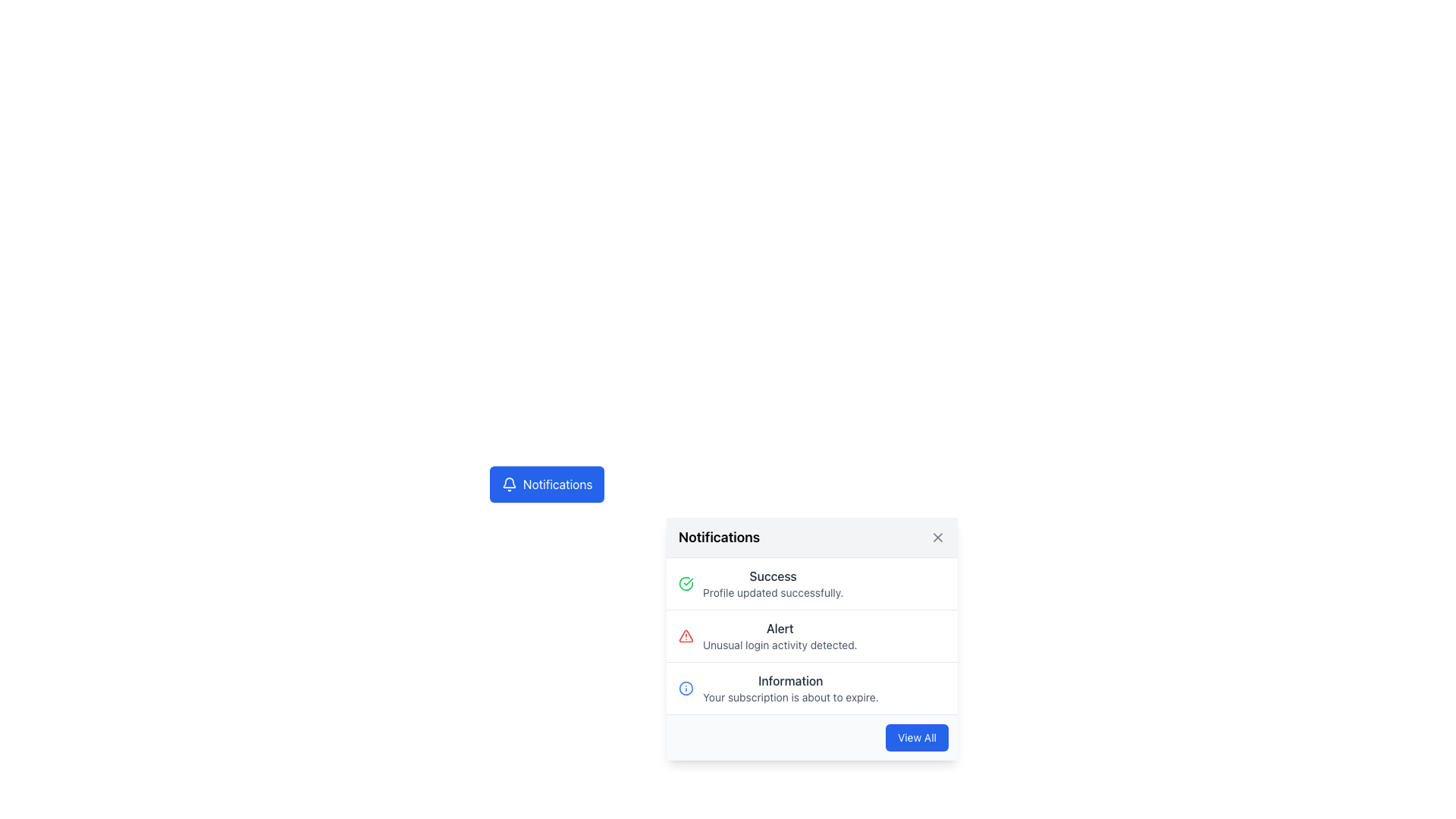 Image resolution: width=1456 pixels, height=819 pixels. What do you see at coordinates (789, 698) in the screenshot?
I see `the text snippet that reads 'Your subscription is about to expire.' located in the notification block below the 'Information' heading` at bounding box center [789, 698].